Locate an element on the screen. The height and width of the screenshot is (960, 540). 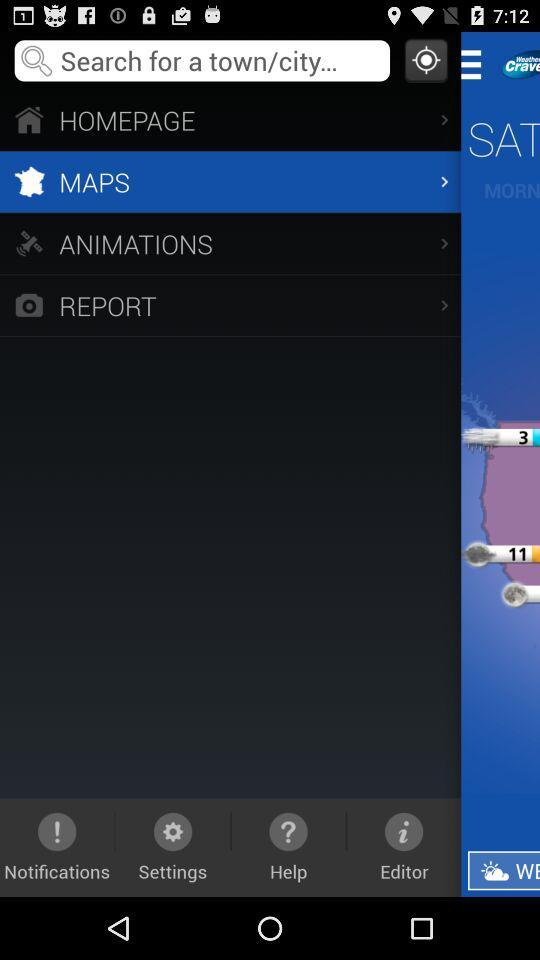
icon below maps icon is located at coordinates (229, 242).